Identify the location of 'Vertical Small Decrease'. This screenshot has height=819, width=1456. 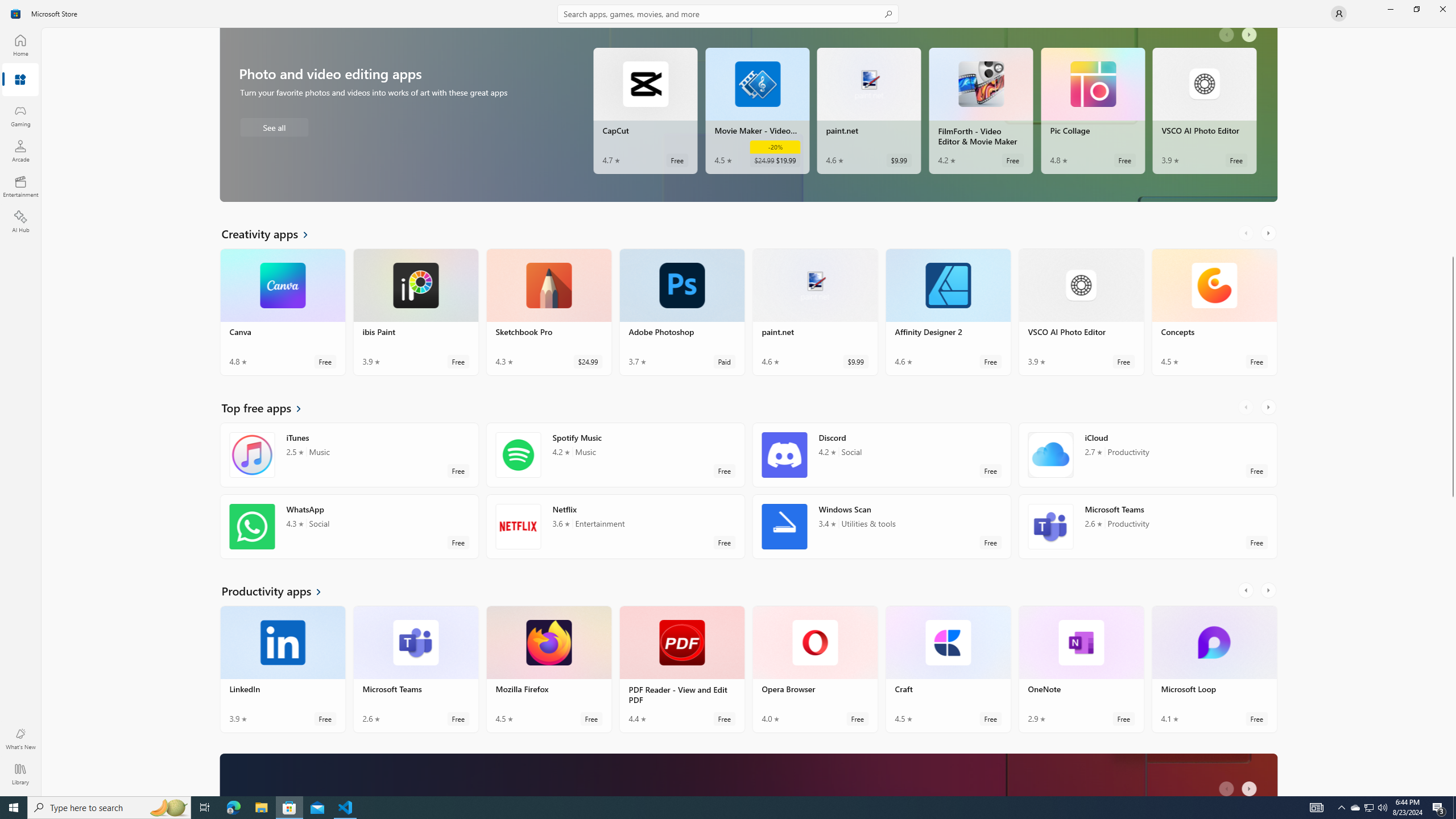
(1451, 31).